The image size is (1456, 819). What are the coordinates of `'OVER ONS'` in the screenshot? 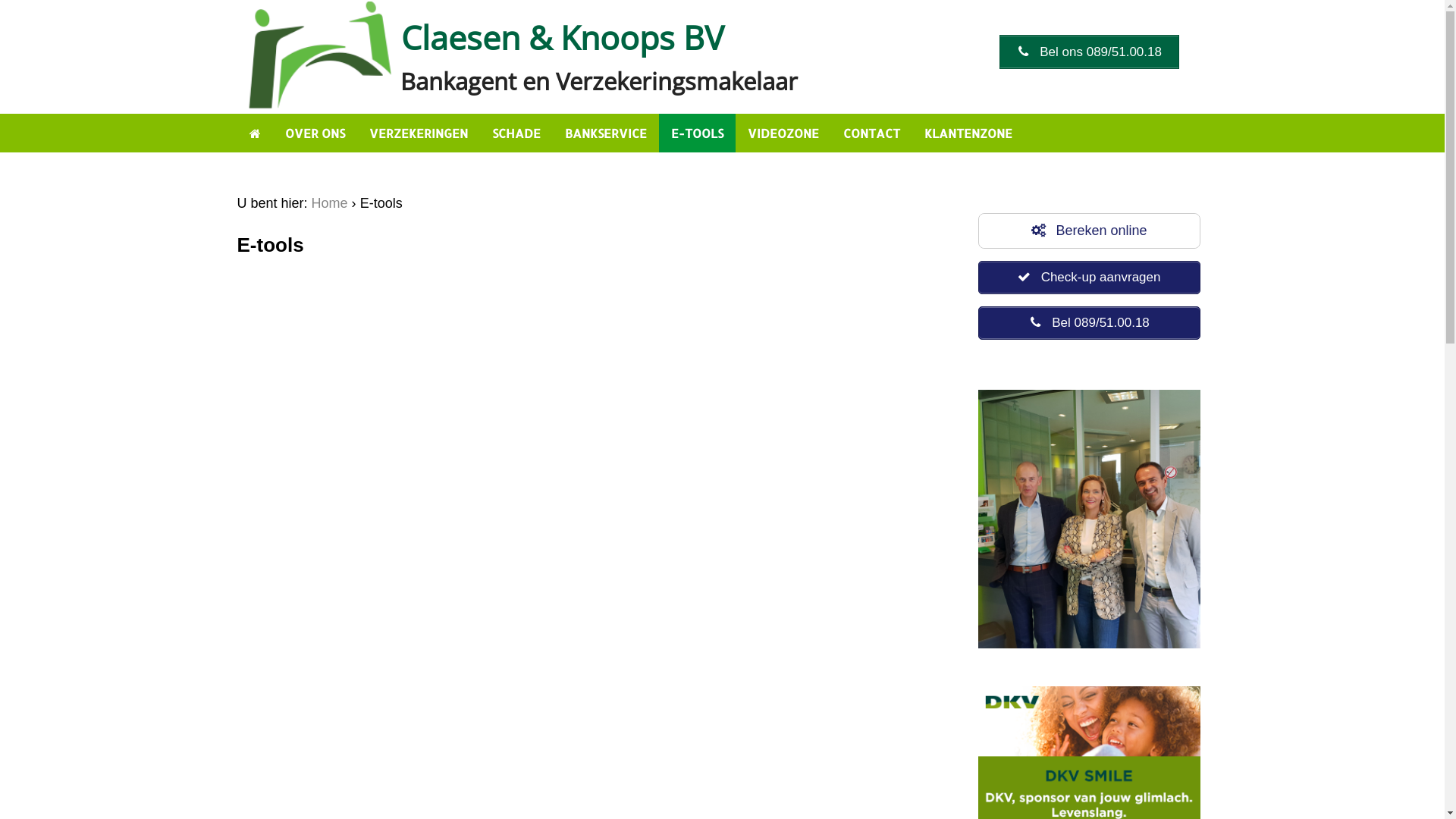 It's located at (314, 132).